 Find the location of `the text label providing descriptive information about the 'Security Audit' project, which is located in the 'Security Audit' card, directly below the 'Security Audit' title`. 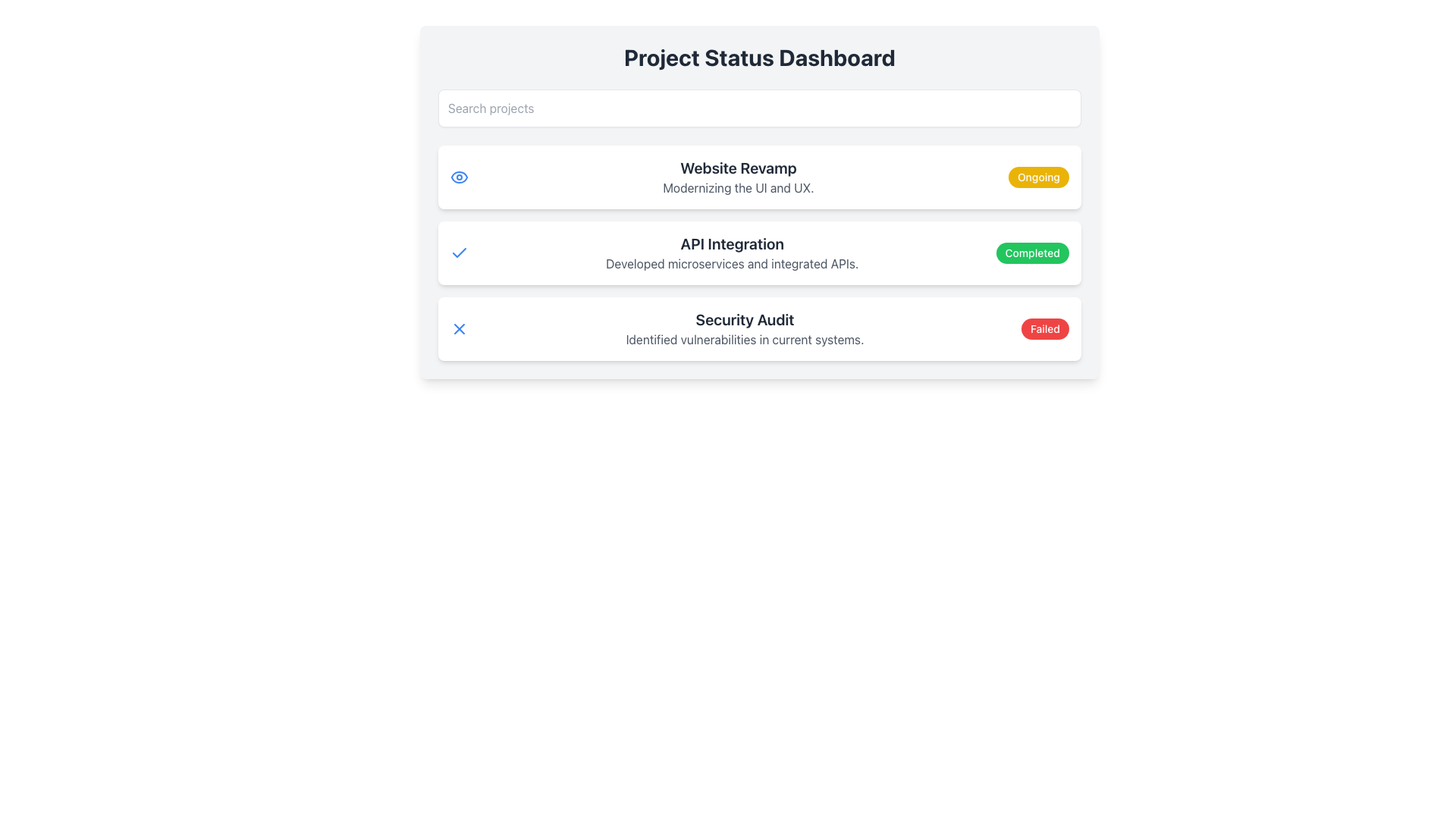

the text label providing descriptive information about the 'Security Audit' project, which is located in the 'Security Audit' card, directly below the 'Security Audit' title is located at coordinates (745, 338).